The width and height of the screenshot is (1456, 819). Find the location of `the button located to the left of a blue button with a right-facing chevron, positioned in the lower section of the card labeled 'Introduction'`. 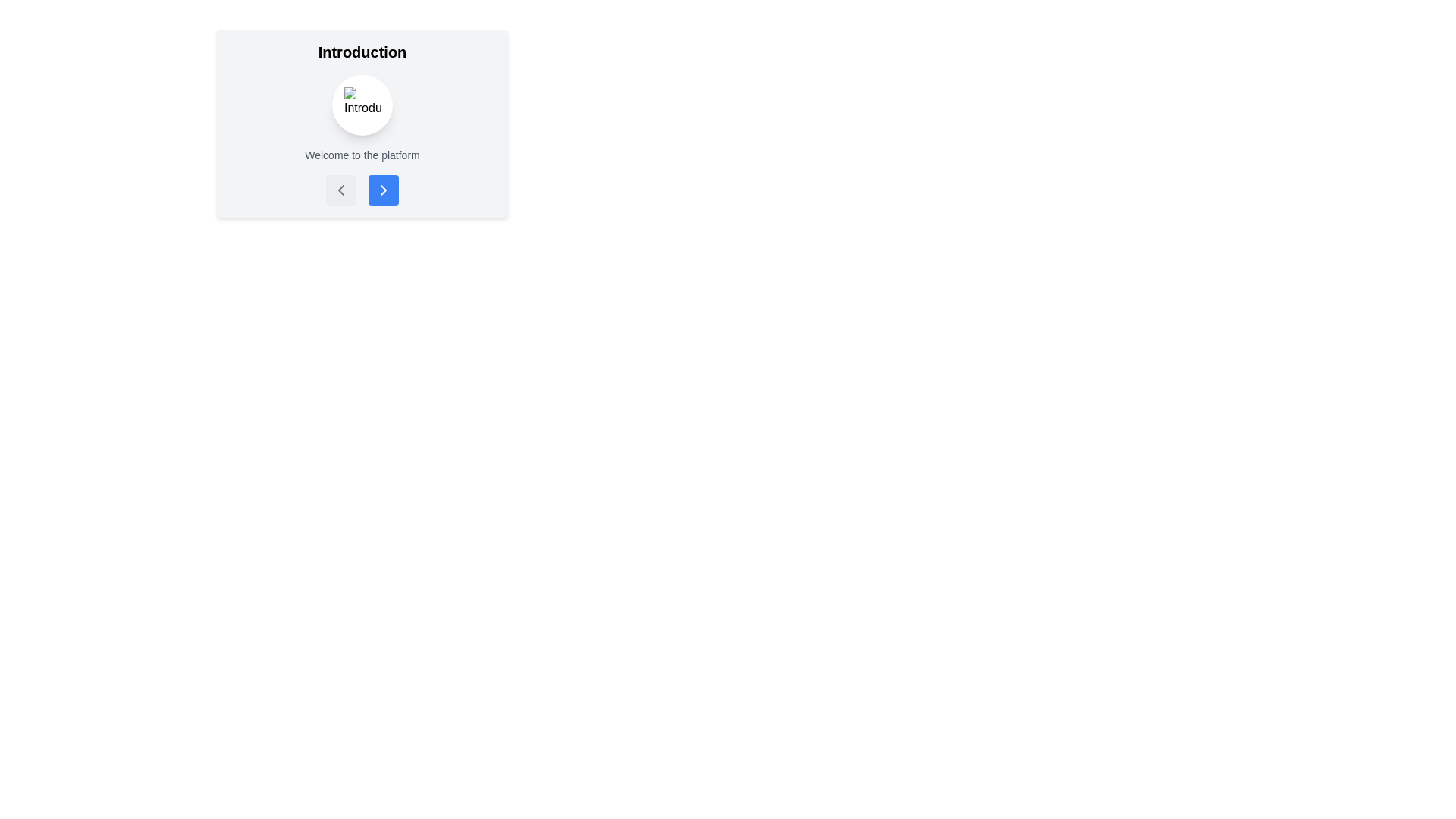

the button located to the left of a blue button with a right-facing chevron, positioned in the lower section of the card labeled 'Introduction' is located at coordinates (340, 189).